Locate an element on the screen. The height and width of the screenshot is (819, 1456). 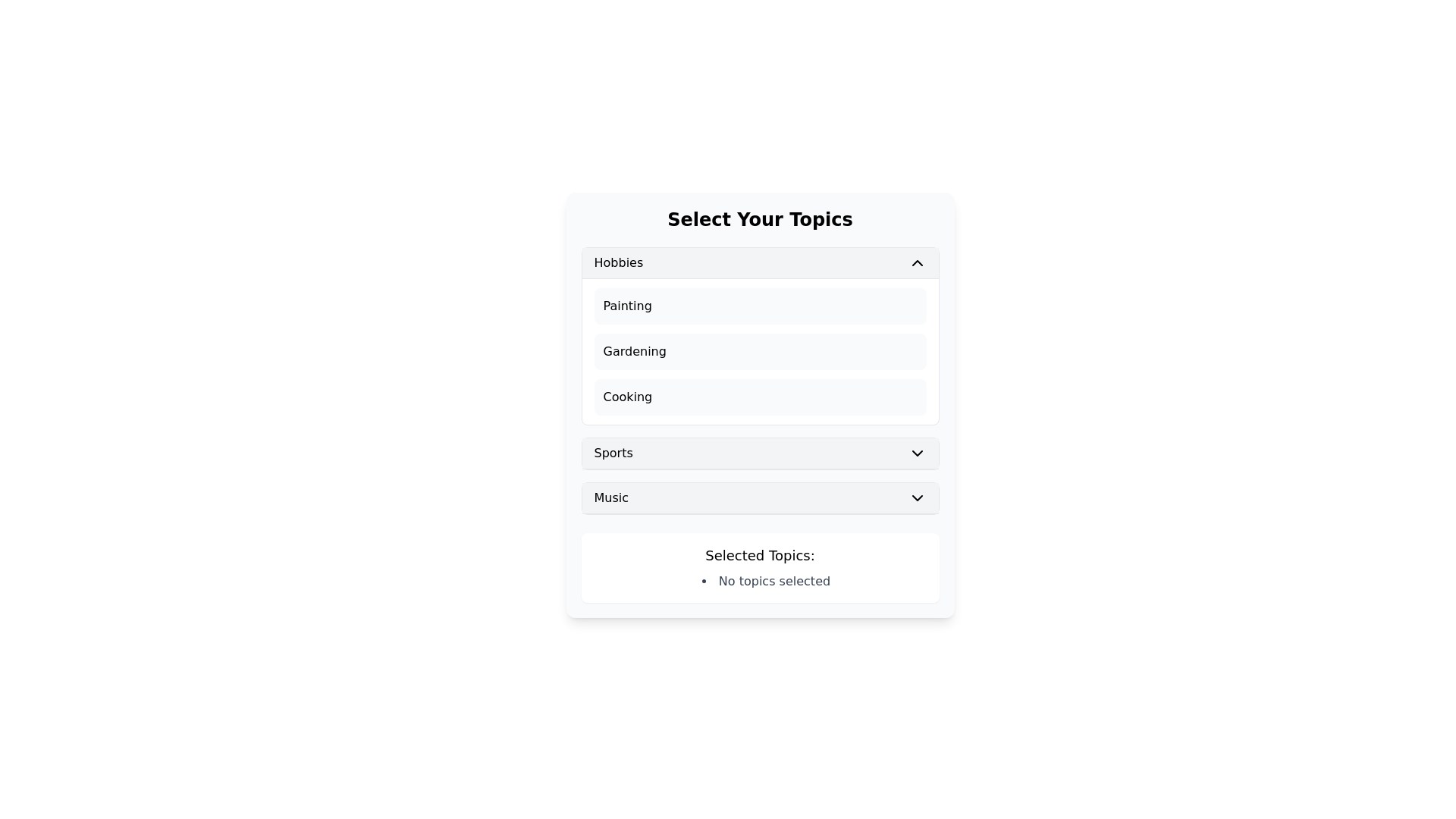
the 'Gardening' list item in the hobbies section is located at coordinates (760, 351).